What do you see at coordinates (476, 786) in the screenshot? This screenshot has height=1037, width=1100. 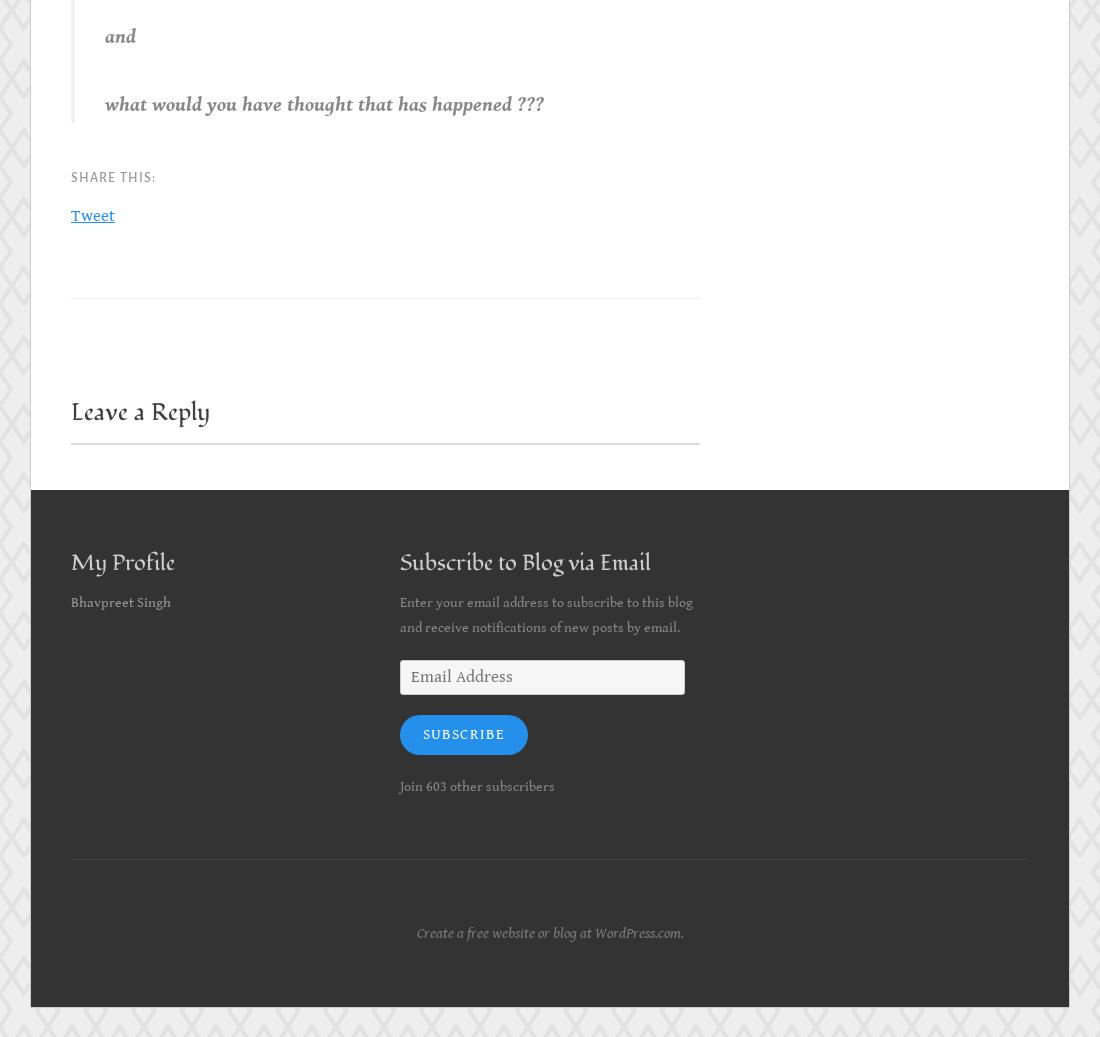 I see `'Join 603 other subscribers'` at bounding box center [476, 786].